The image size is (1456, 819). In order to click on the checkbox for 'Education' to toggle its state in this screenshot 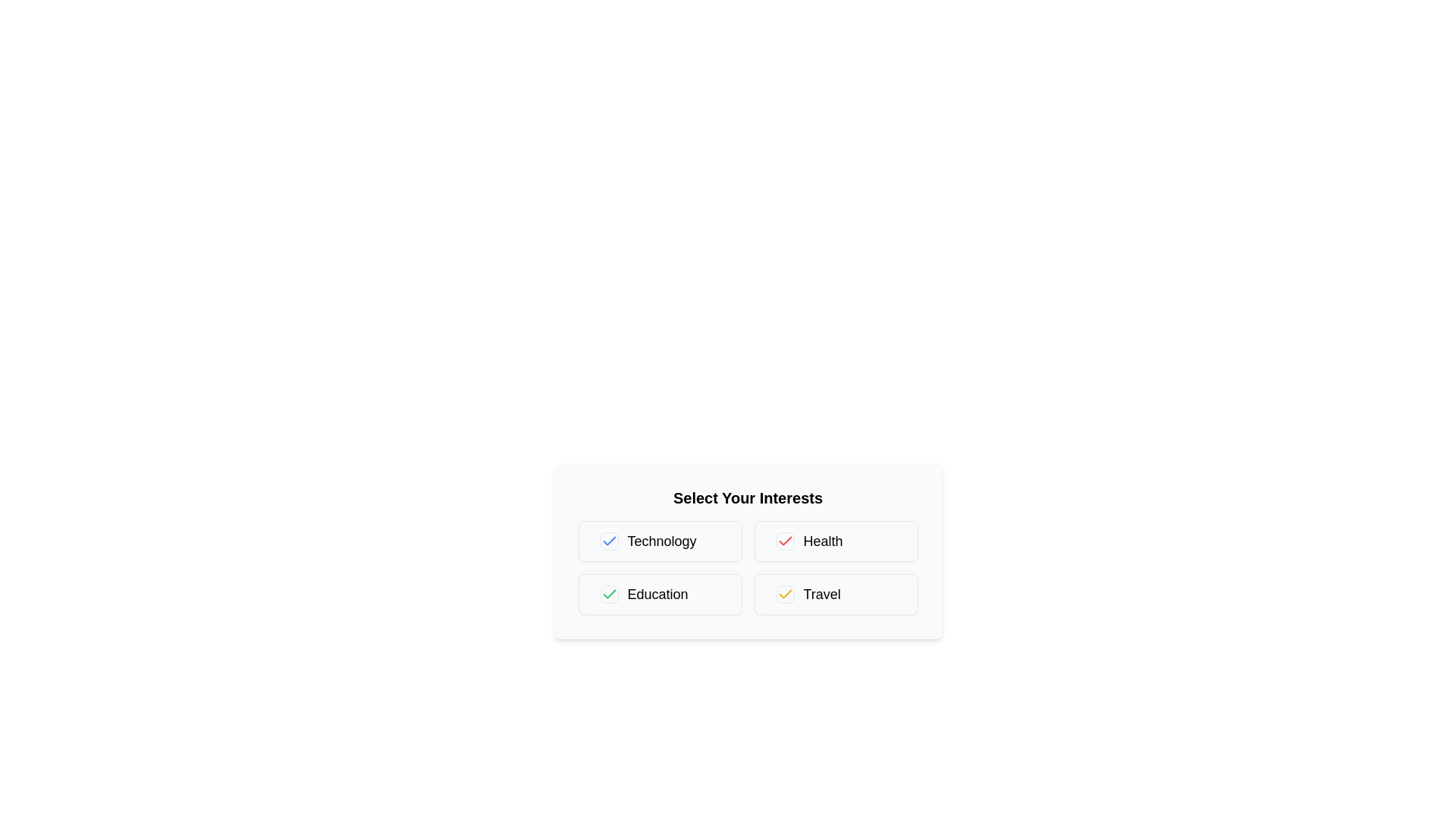, I will do `click(609, 593)`.